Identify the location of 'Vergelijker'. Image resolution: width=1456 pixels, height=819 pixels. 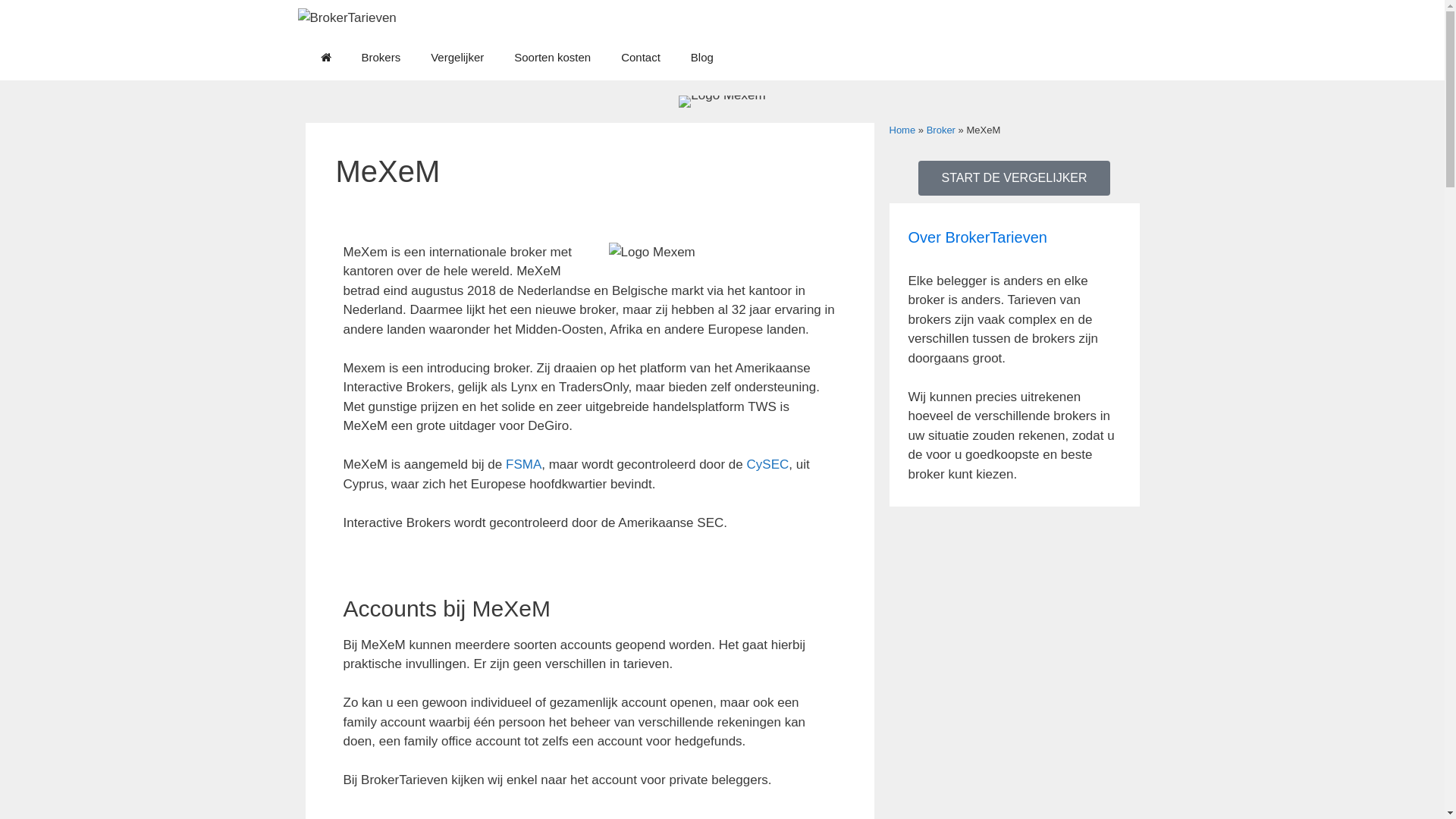
(457, 57).